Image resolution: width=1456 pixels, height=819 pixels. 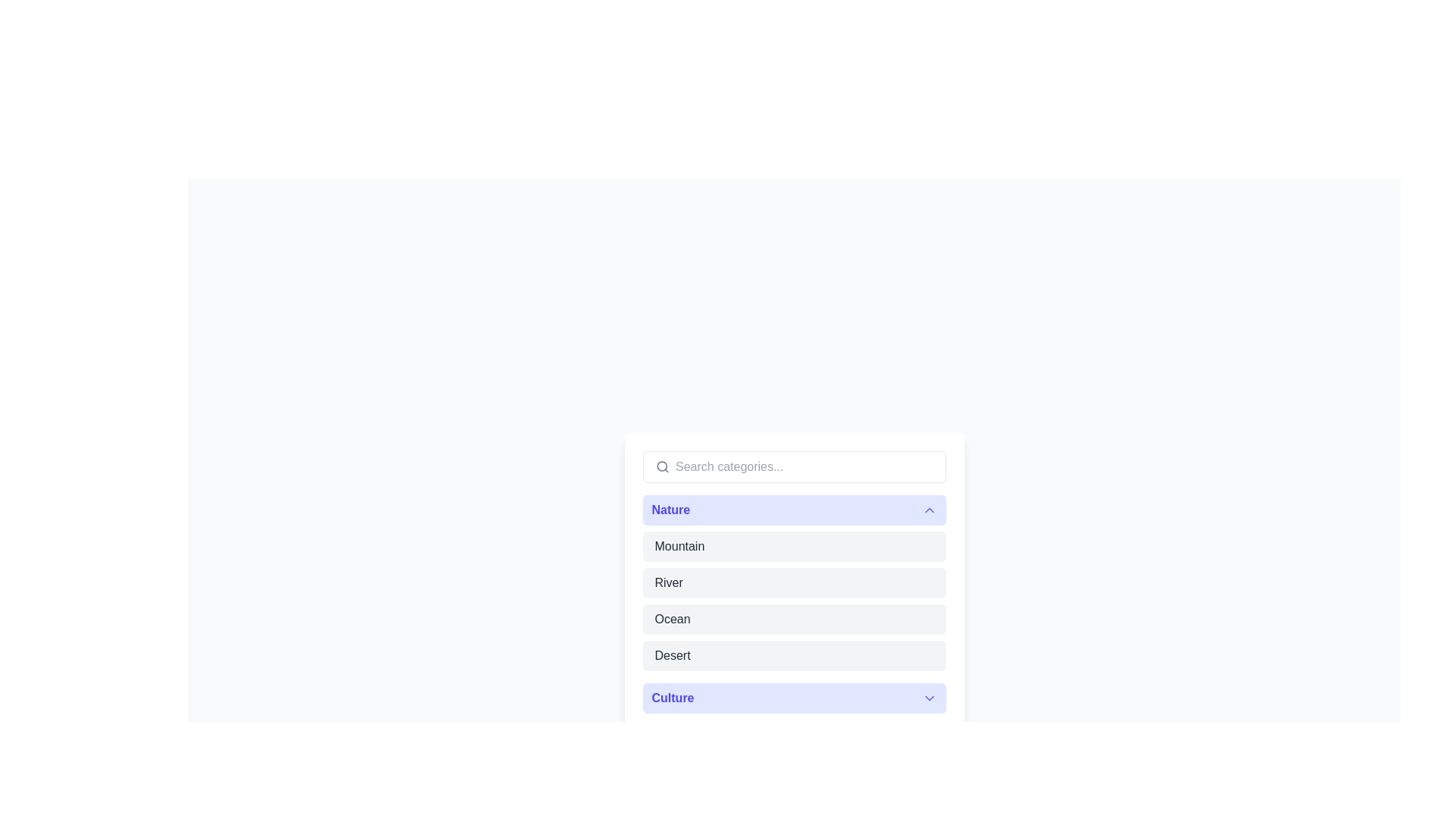 I want to click on the fourth selectable option labeled 'Desert' in the categorized list under the 'Nature' section, so click(x=793, y=654).